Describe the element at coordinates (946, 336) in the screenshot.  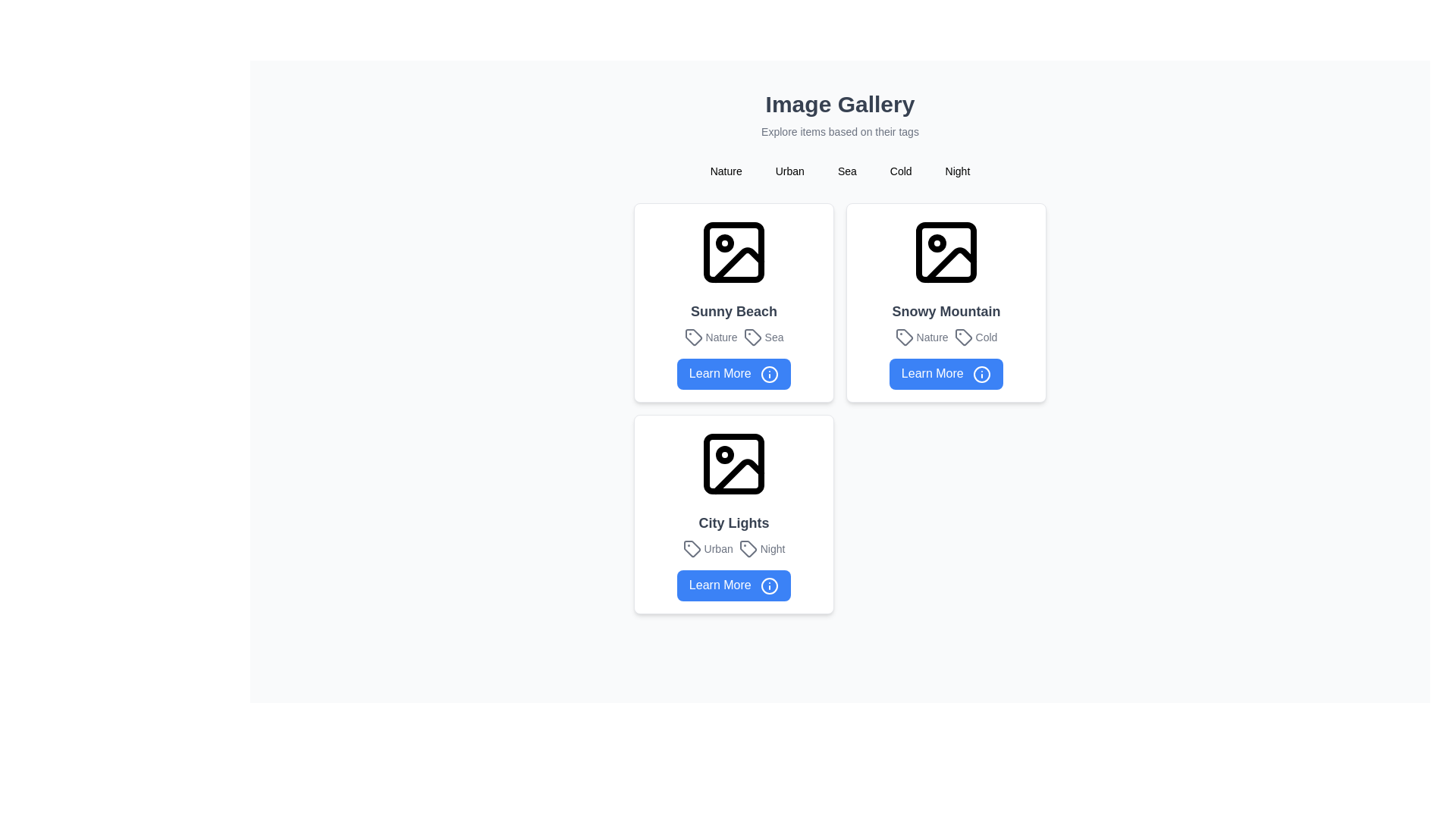
I see `the tag group element displaying the categories 'Nature' and 'Cold' associated with the 'Snowy Mountain' image, located below the title and above the 'Learn More' button` at that location.